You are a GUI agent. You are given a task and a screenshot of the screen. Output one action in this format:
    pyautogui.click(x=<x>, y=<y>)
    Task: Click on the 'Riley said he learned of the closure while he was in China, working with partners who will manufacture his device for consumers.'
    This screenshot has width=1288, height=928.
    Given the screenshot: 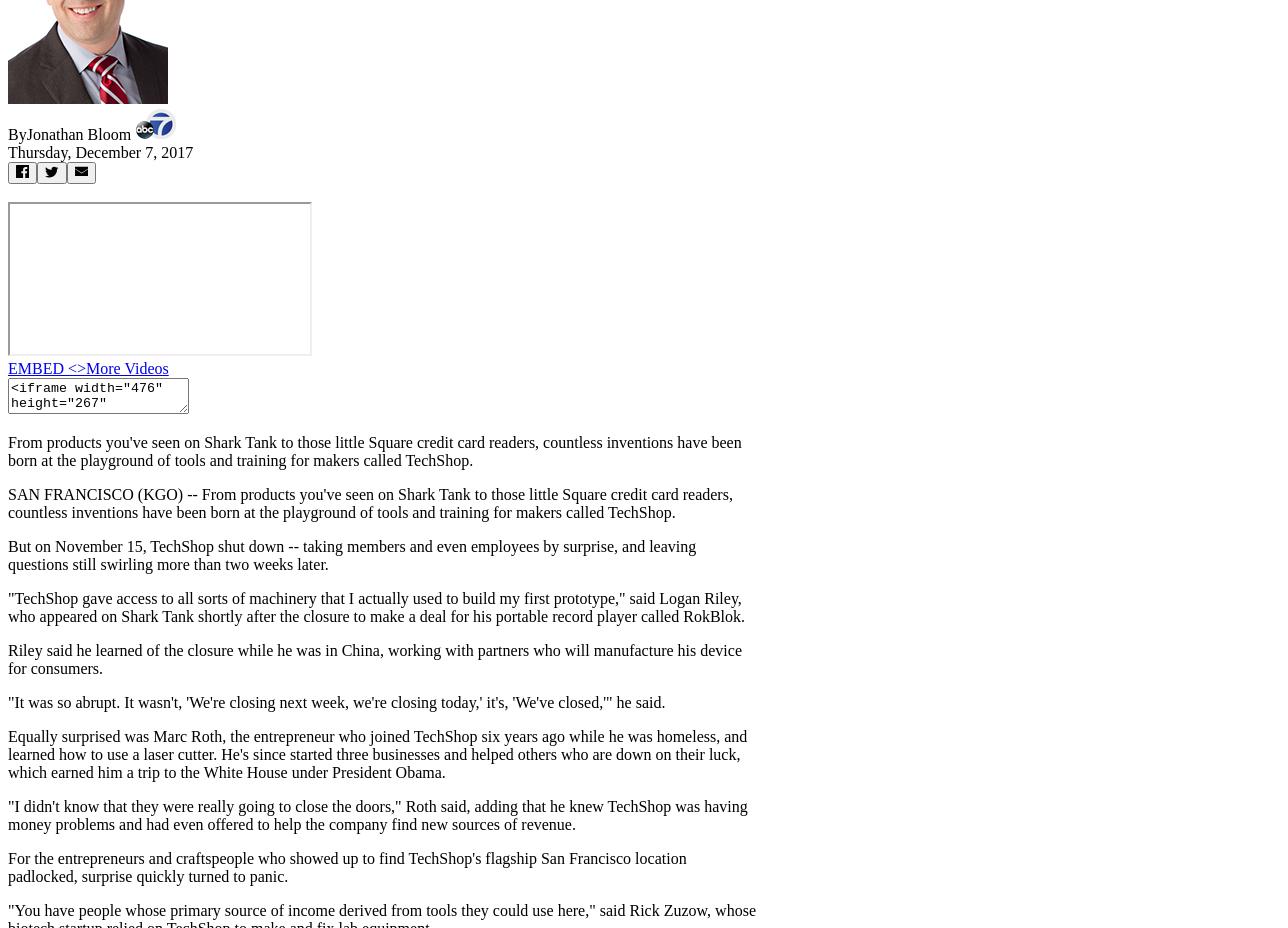 What is the action you would take?
    pyautogui.click(x=374, y=659)
    